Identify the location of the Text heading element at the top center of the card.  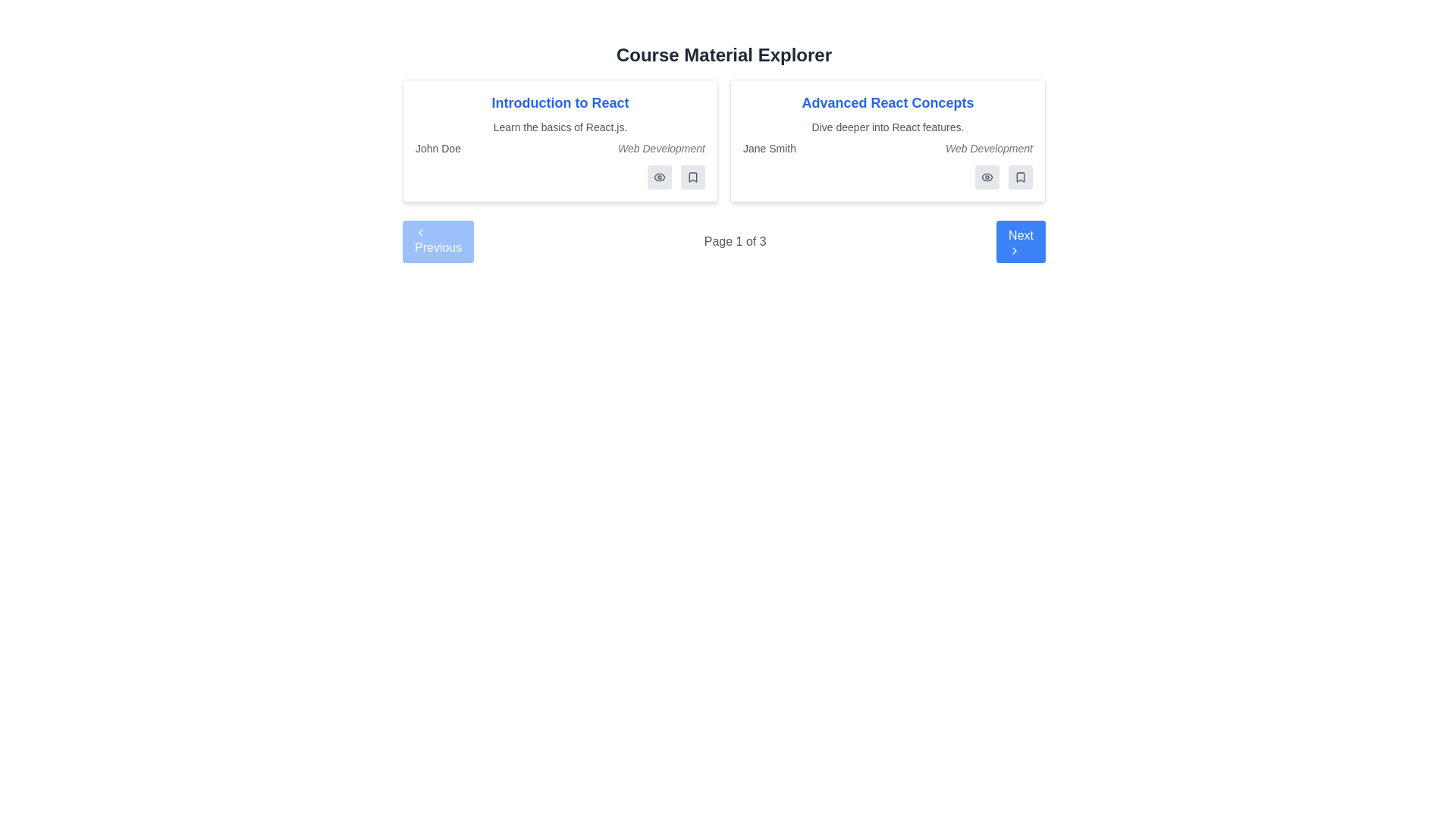
(560, 102).